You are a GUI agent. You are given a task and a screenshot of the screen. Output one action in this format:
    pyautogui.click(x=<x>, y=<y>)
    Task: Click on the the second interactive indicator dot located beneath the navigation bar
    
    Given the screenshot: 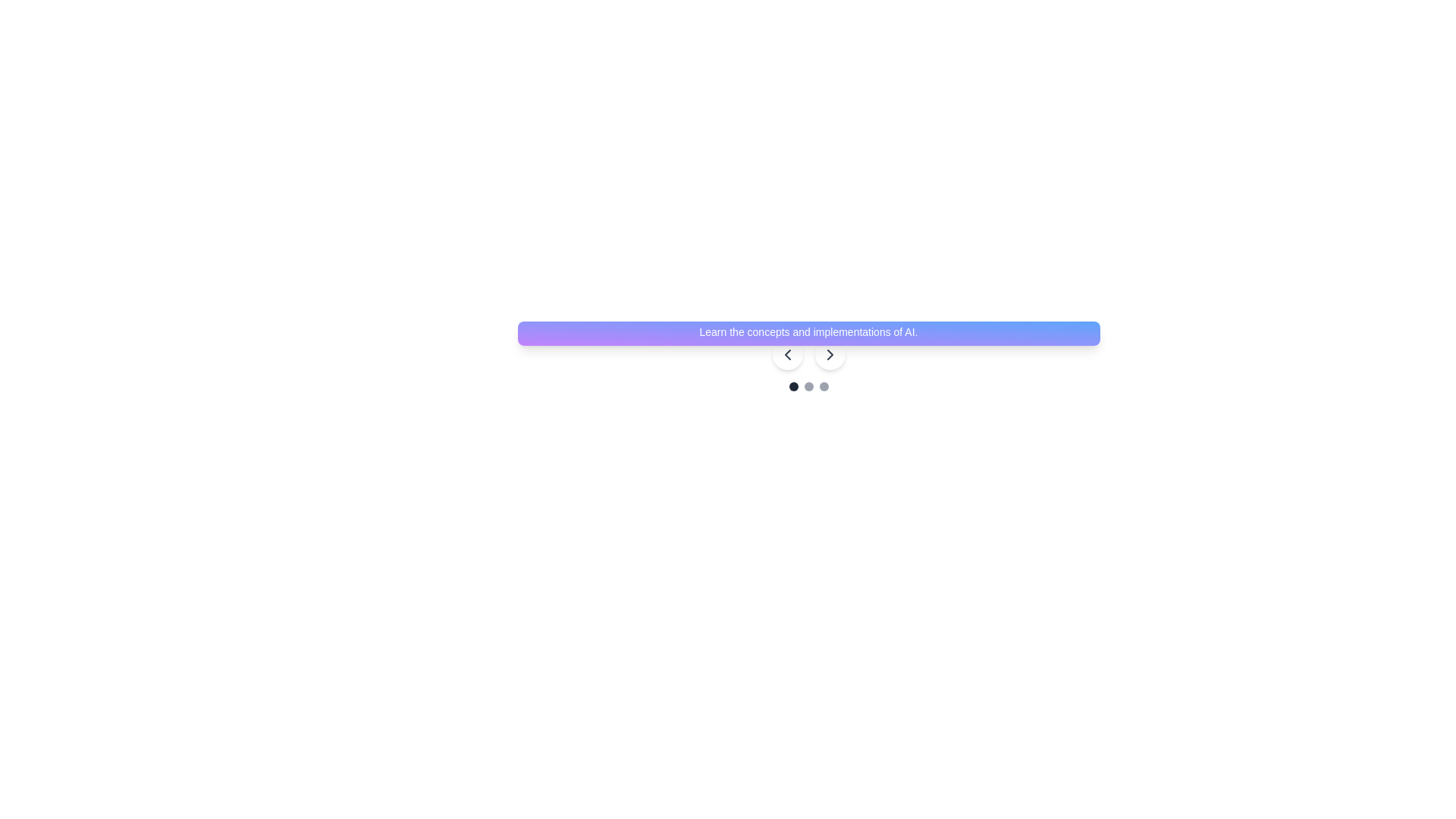 What is the action you would take?
    pyautogui.click(x=808, y=385)
    